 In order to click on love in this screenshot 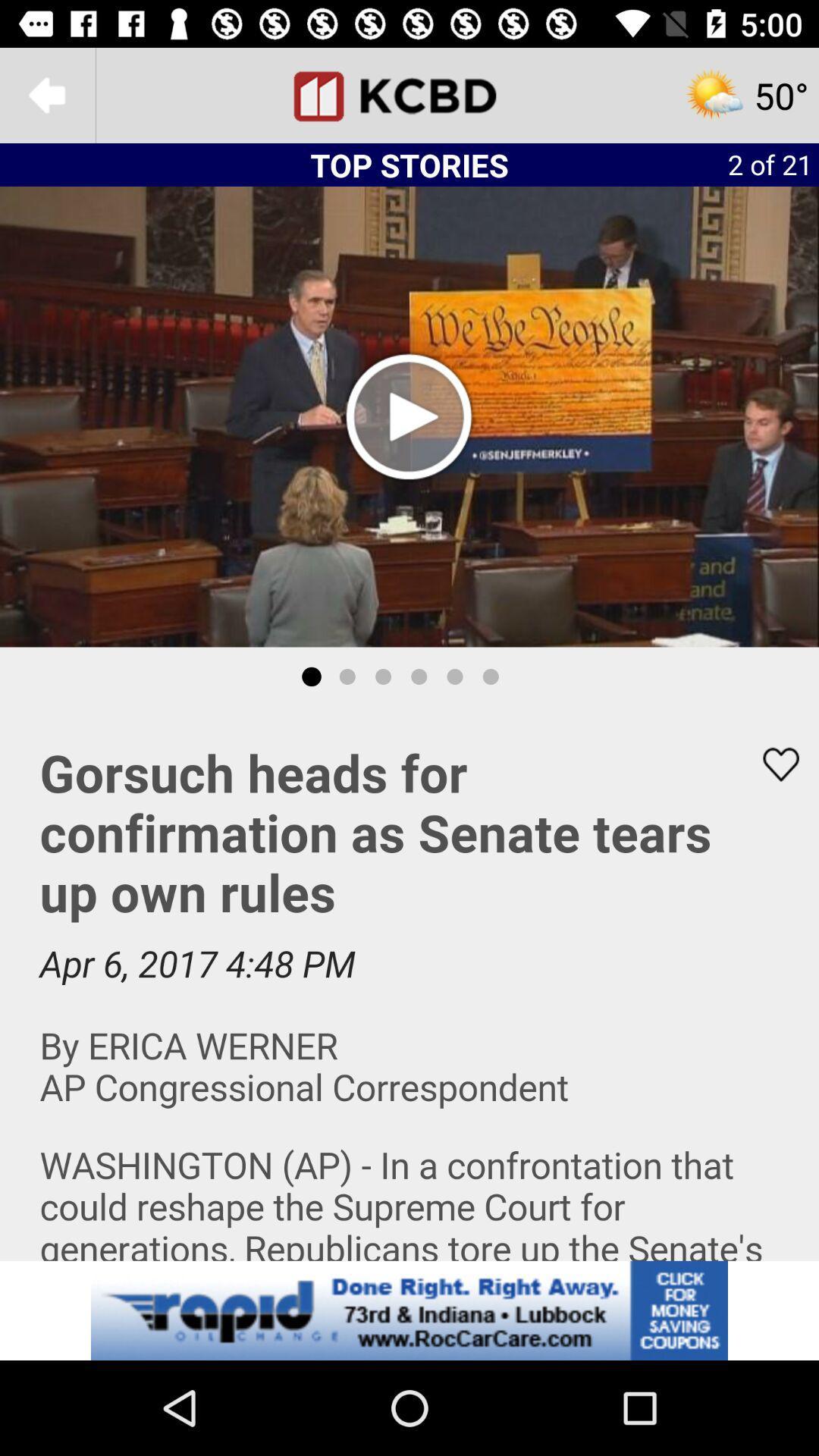, I will do `click(771, 764)`.